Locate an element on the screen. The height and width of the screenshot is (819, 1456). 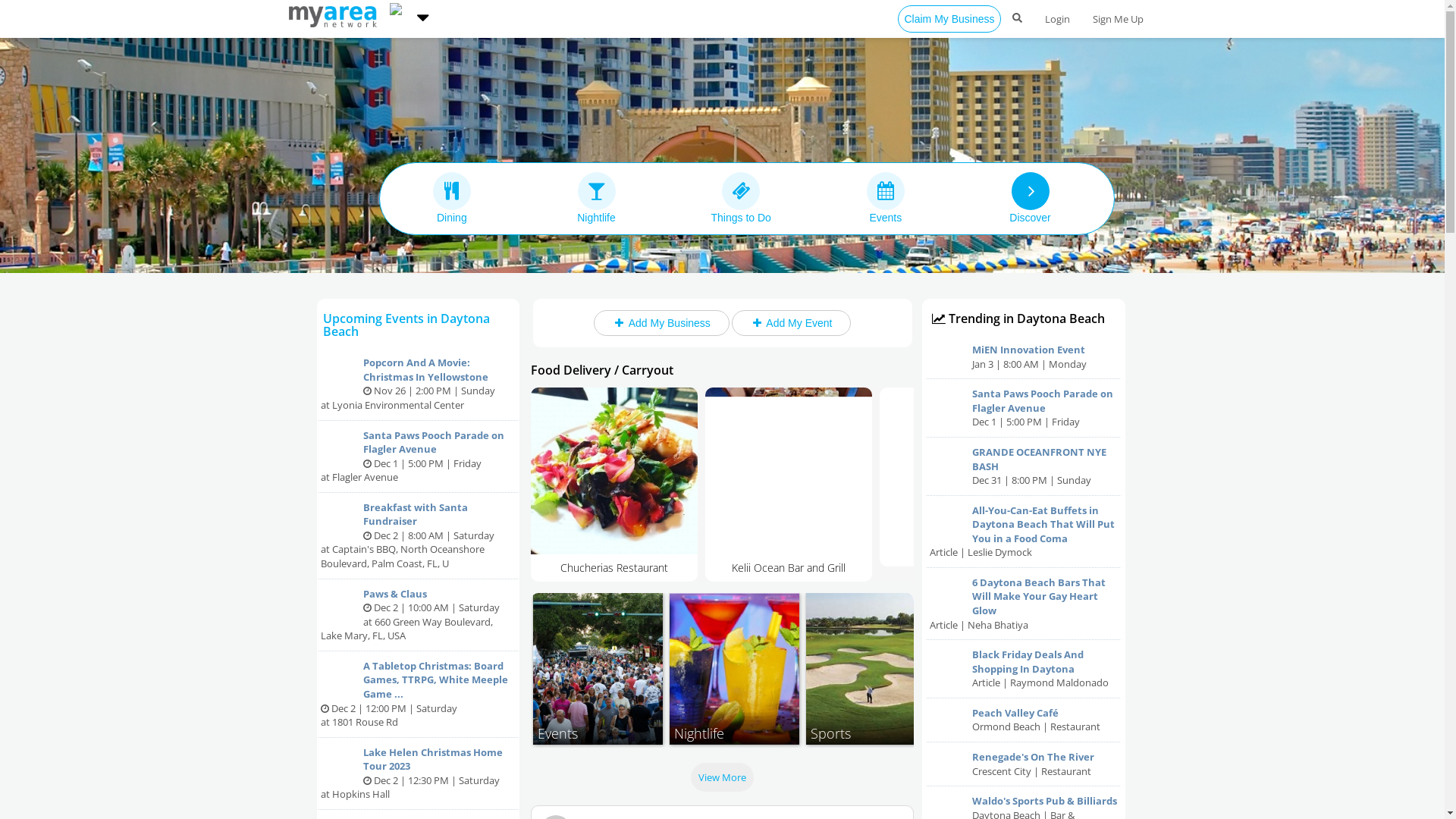
'View More' is located at coordinates (690, 777).